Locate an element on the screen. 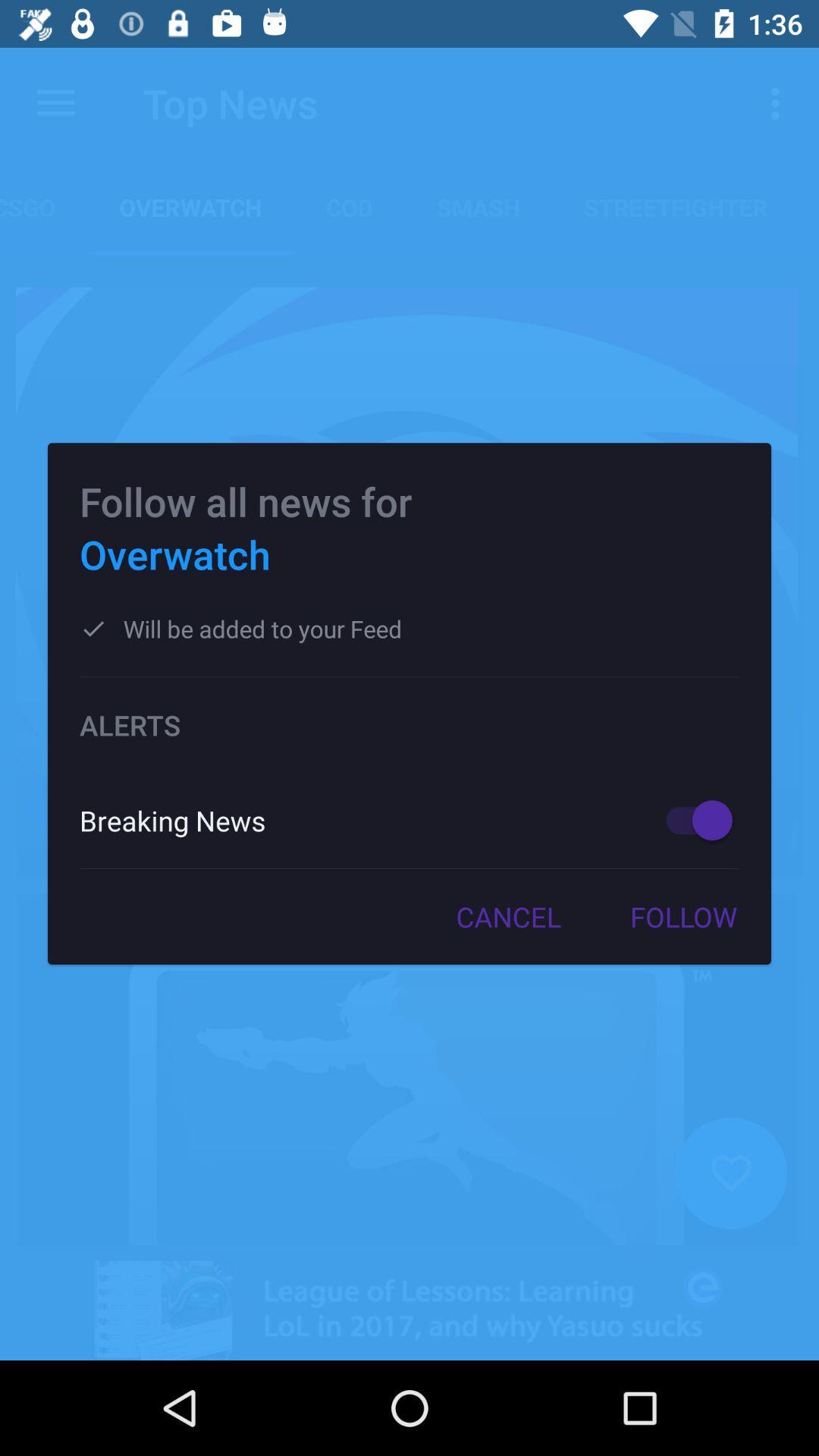 The width and height of the screenshot is (819, 1456). breaking news on or off is located at coordinates (692, 819).